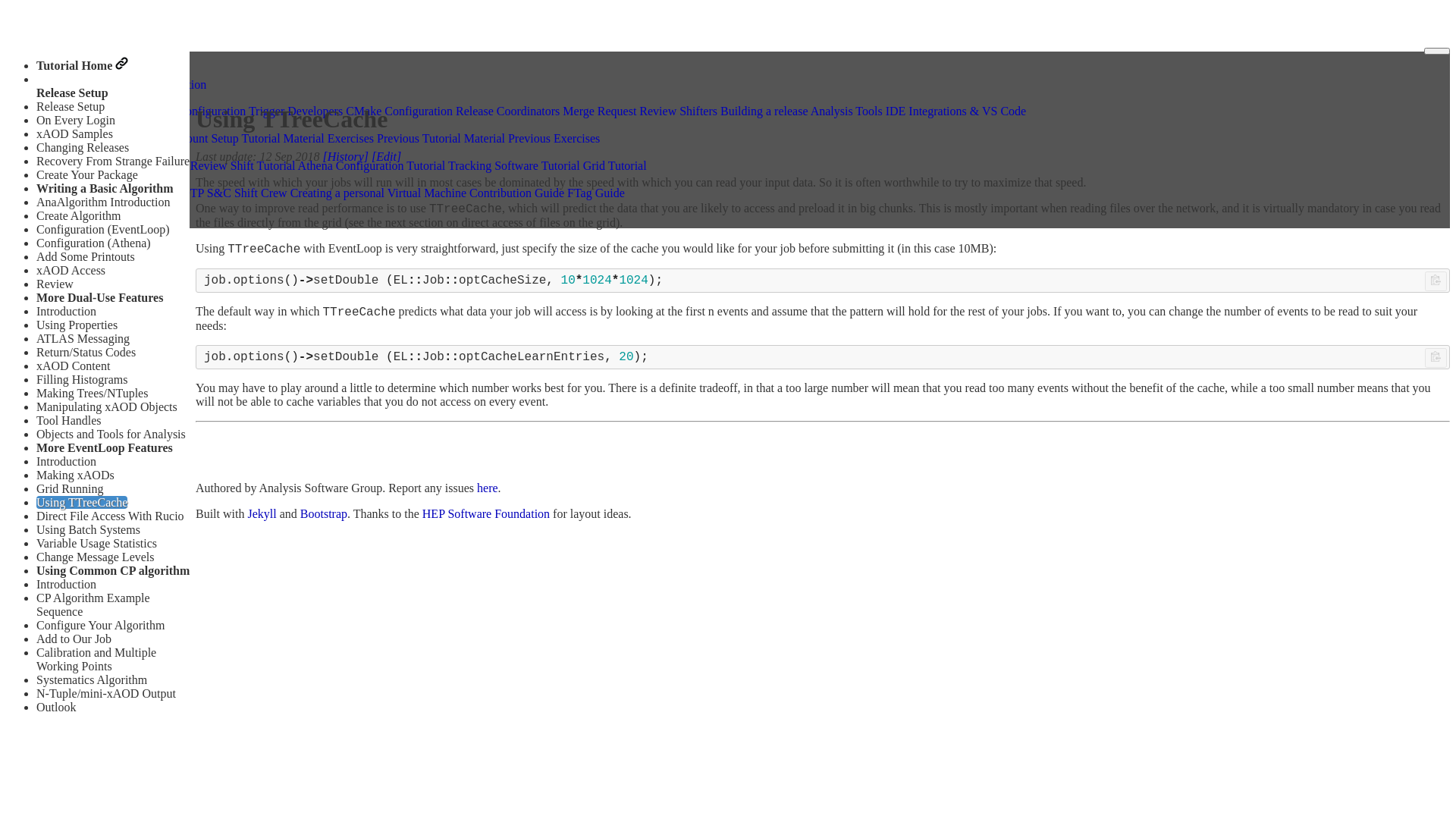 The height and width of the screenshot is (819, 1456). What do you see at coordinates (82, 337) in the screenshot?
I see `'ATLAS Messaging'` at bounding box center [82, 337].